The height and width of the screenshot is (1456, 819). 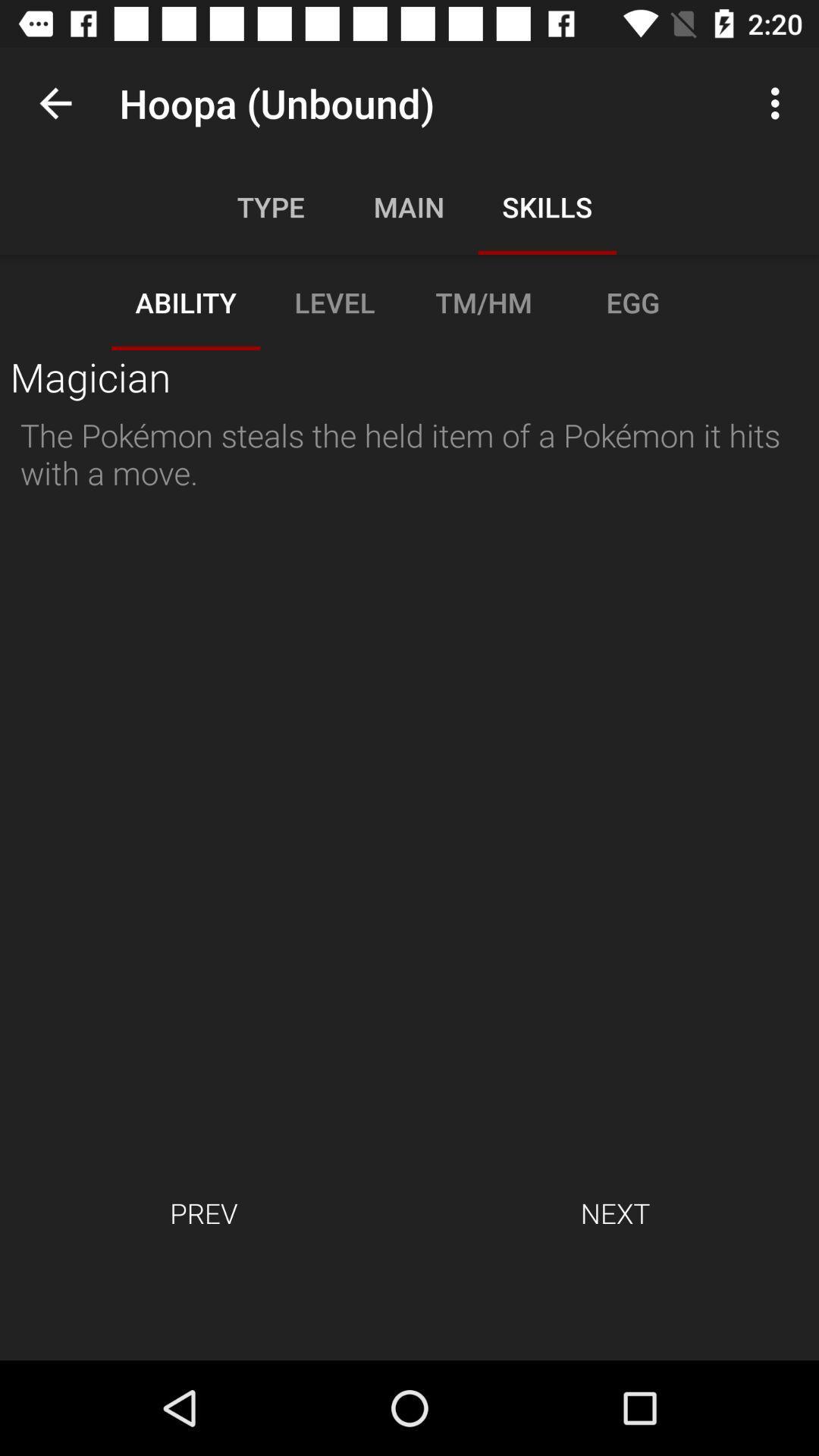 What do you see at coordinates (55, 102) in the screenshot?
I see `app next to the hoopa (unbound) app` at bounding box center [55, 102].